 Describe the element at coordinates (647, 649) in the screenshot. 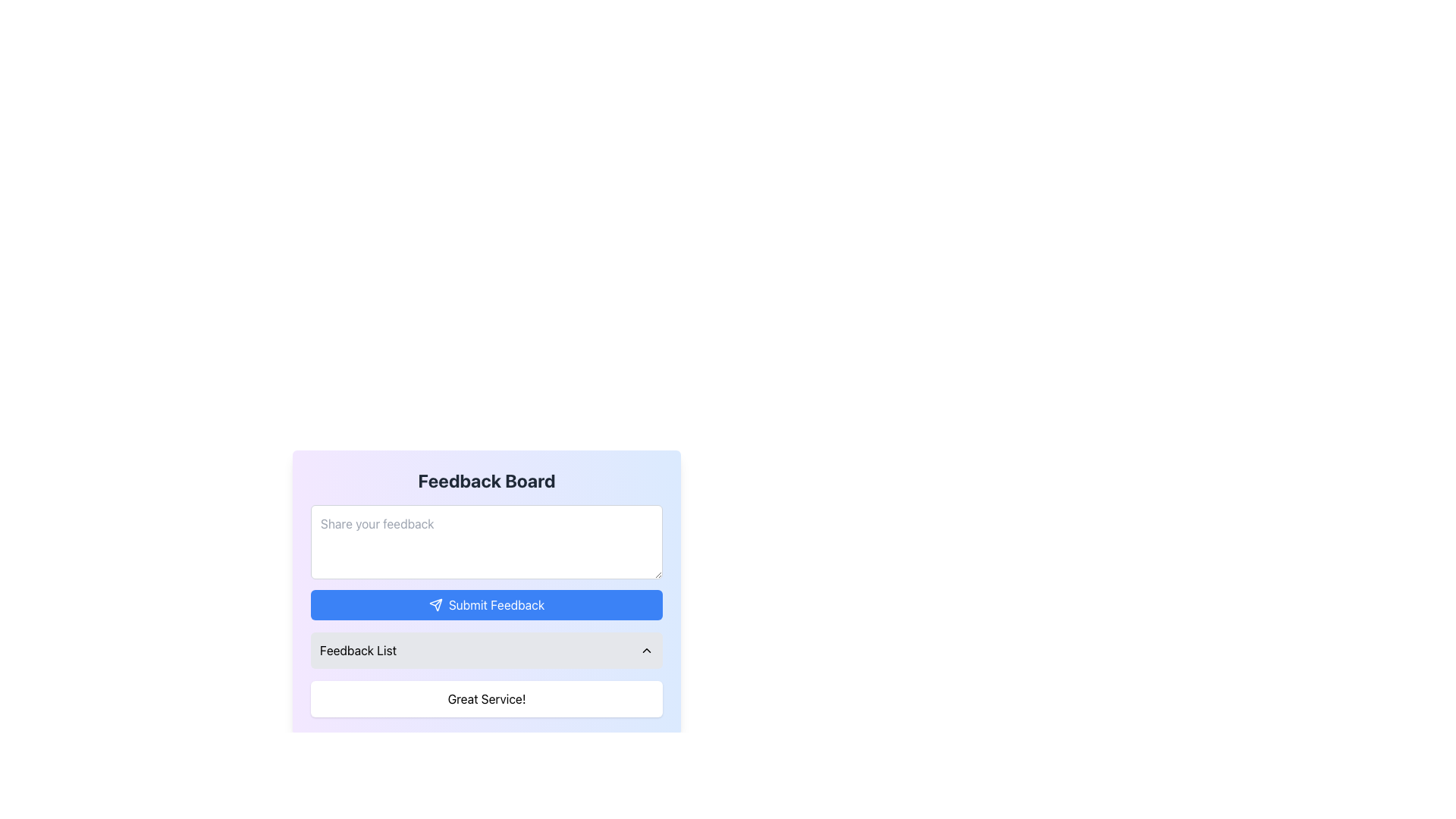

I see `the upward-pointing chevron icon located on the right-hand side of the 'Feedback List' section for additional feedback` at that location.